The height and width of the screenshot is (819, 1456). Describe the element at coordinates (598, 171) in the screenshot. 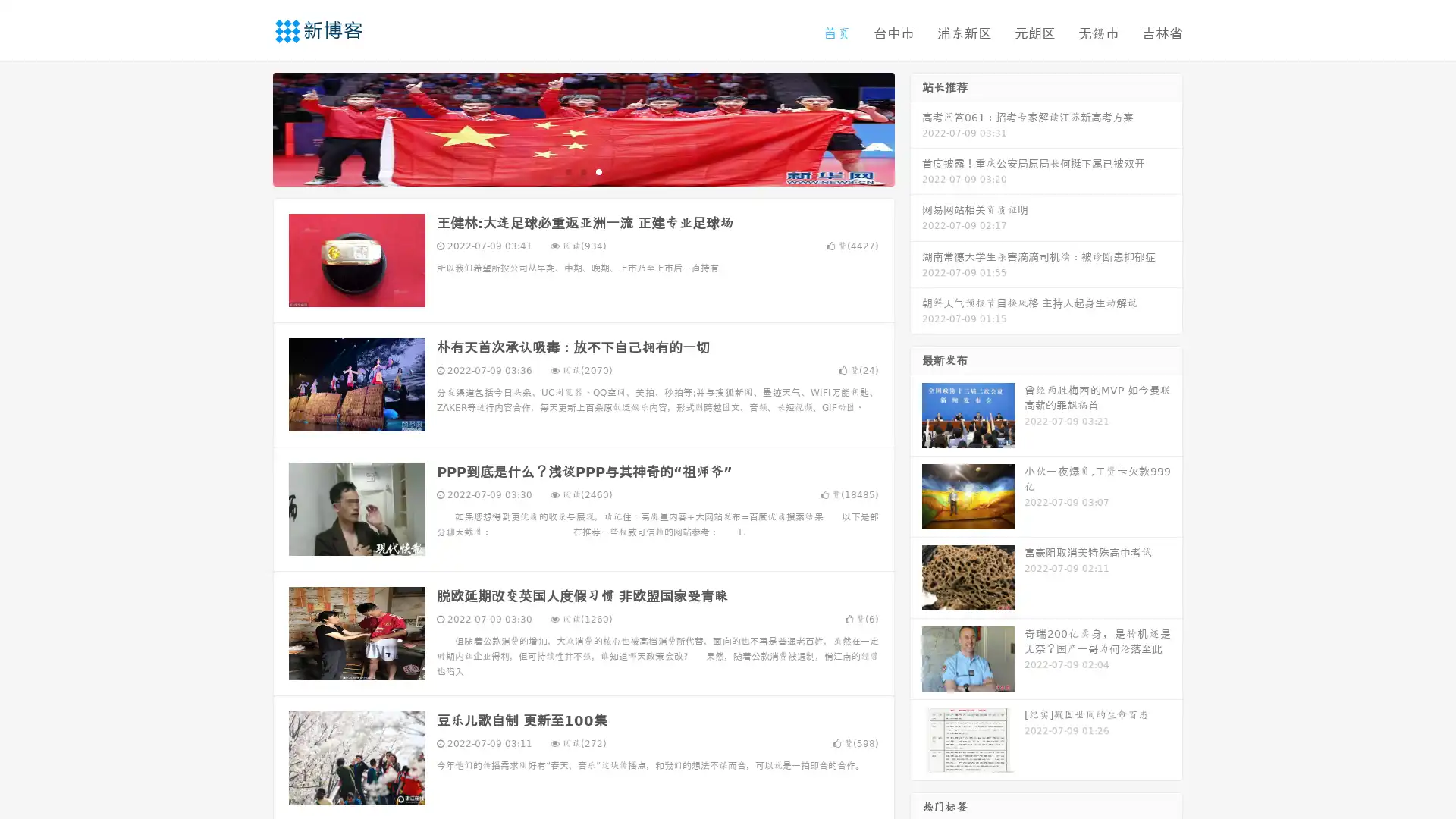

I see `Go to slide 3` at that location.